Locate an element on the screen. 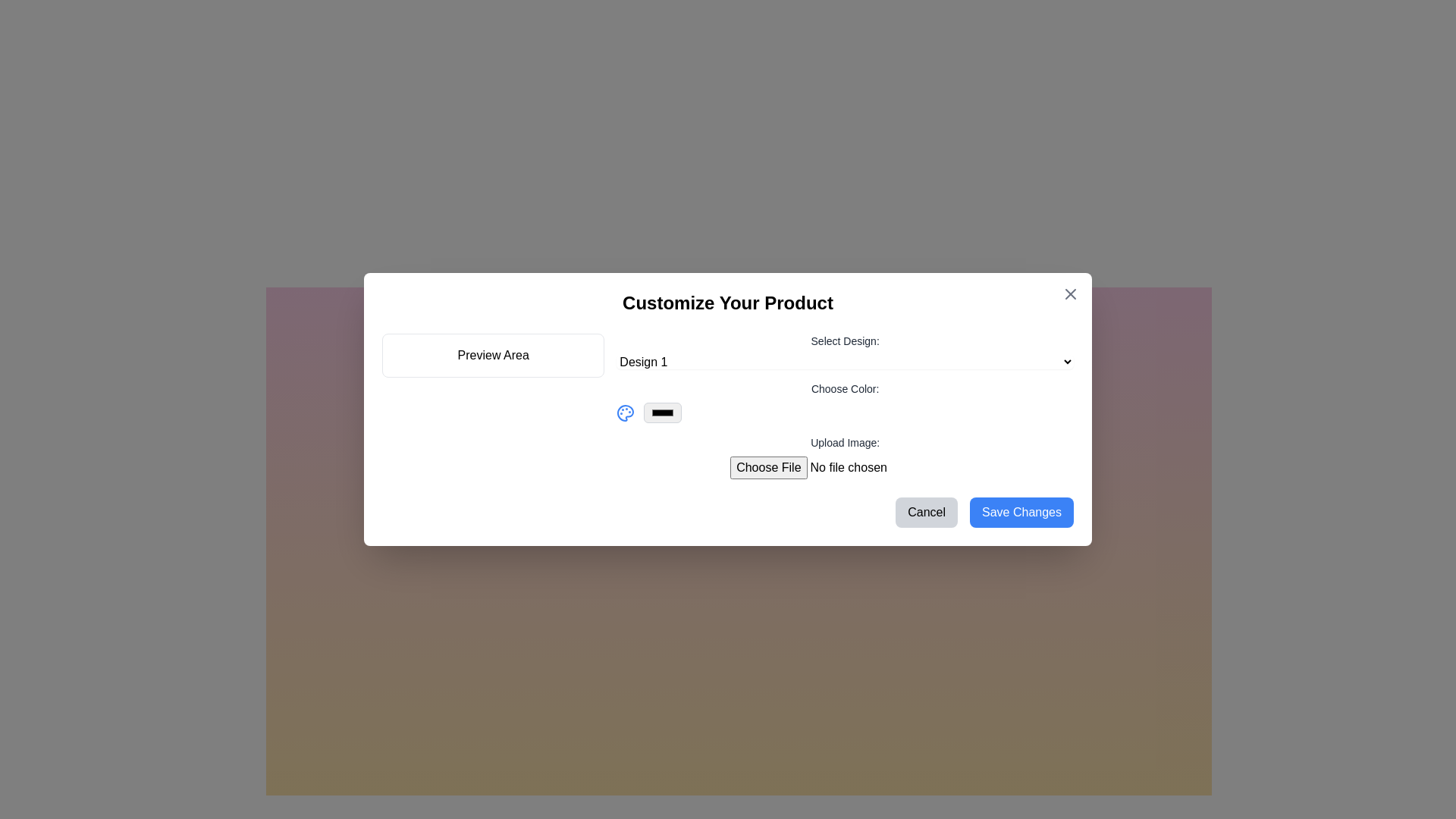 Image resolution: width=1456 pixels, height=819 pixels. the confirmation button located at the bottom-right of the dialog interface to confirm changes is located at coordinates (1021, 512).